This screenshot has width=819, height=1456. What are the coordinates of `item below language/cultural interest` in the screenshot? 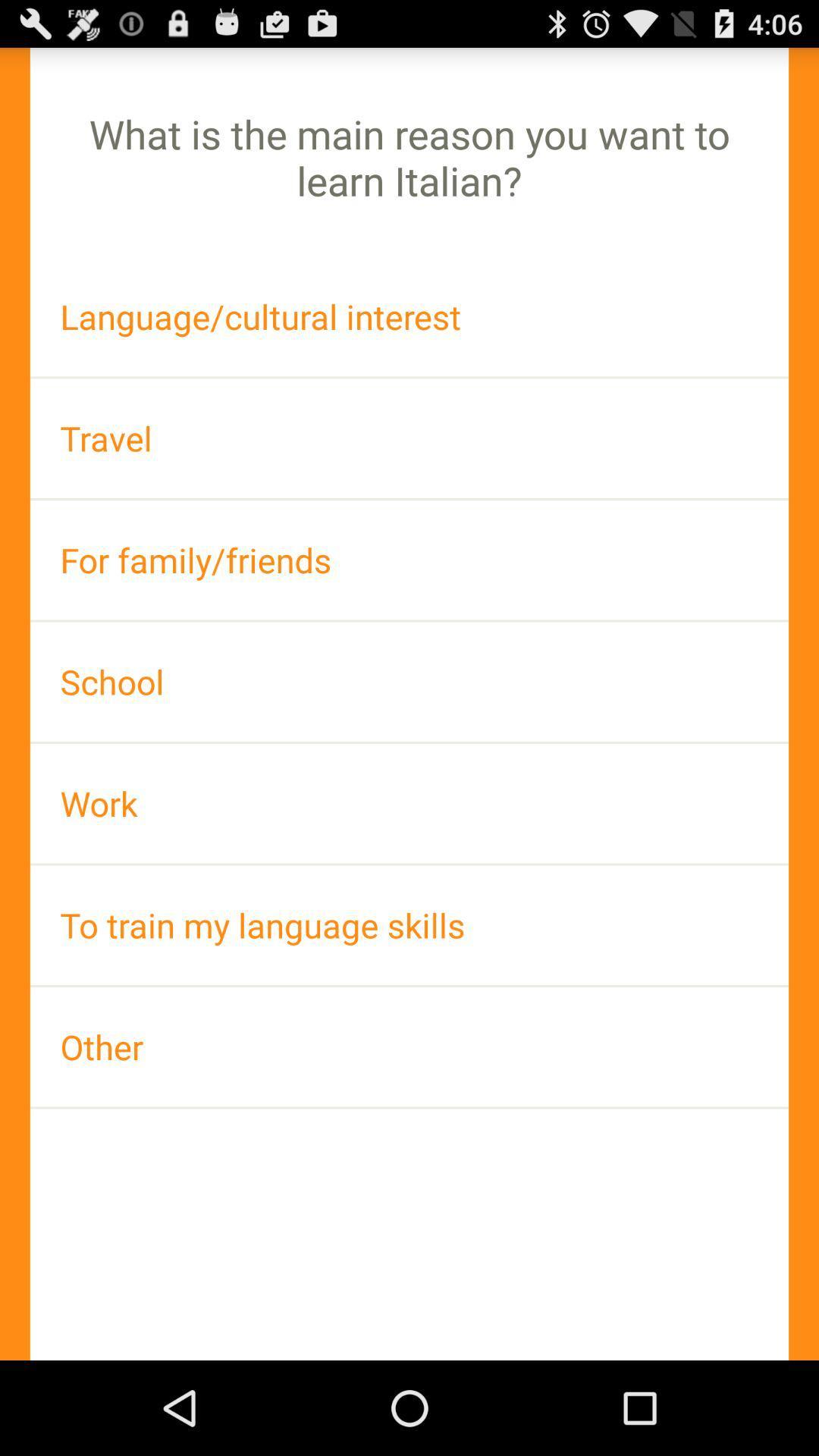 It's located at (409, 438).